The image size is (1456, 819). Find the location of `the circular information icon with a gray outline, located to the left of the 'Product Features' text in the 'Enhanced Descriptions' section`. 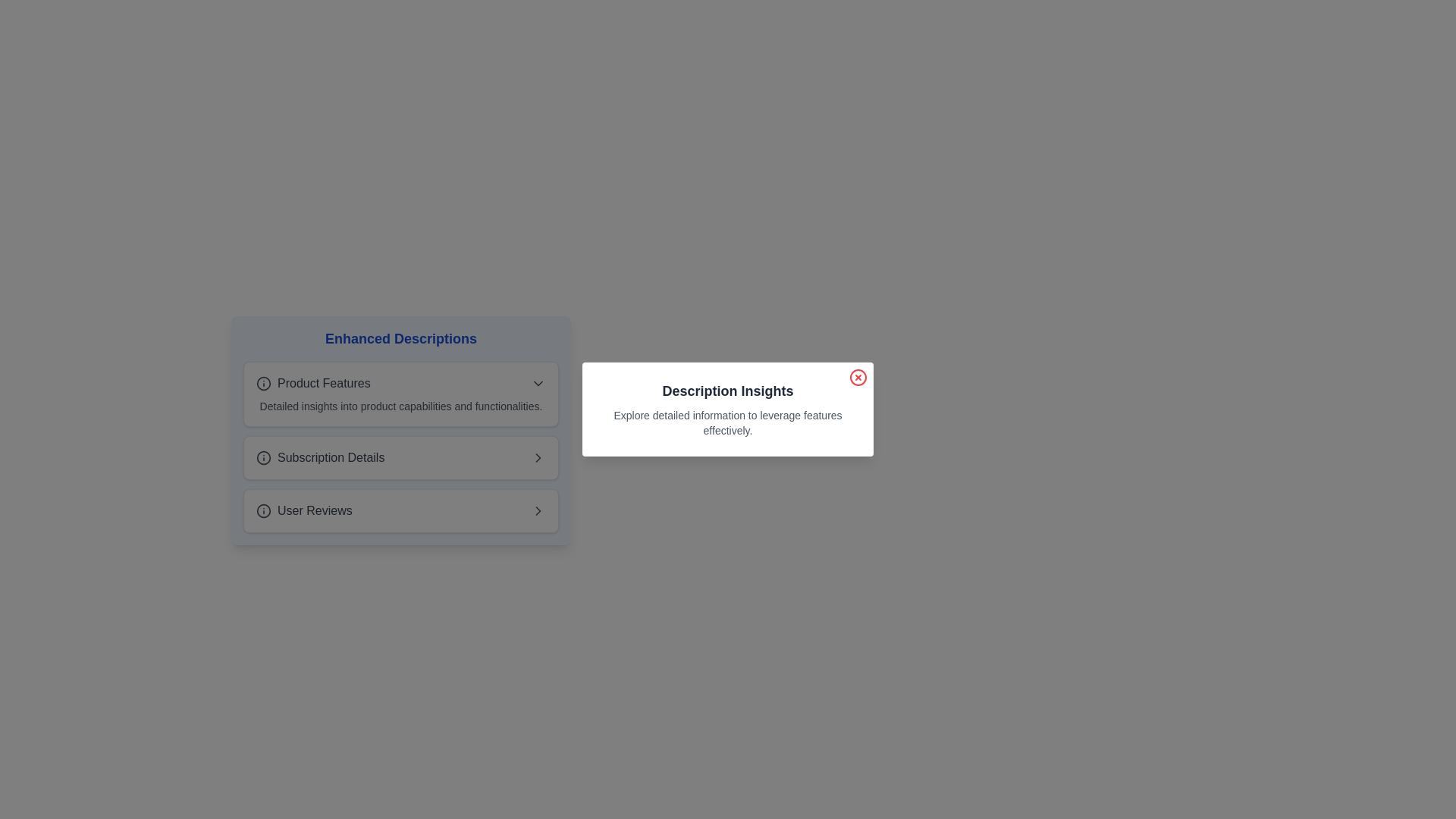

the circular information icon with a gray outline, located to the left of the 'Product Features' text in the 'Enhanced Descriptions' section is located at coordinates (263, 382).